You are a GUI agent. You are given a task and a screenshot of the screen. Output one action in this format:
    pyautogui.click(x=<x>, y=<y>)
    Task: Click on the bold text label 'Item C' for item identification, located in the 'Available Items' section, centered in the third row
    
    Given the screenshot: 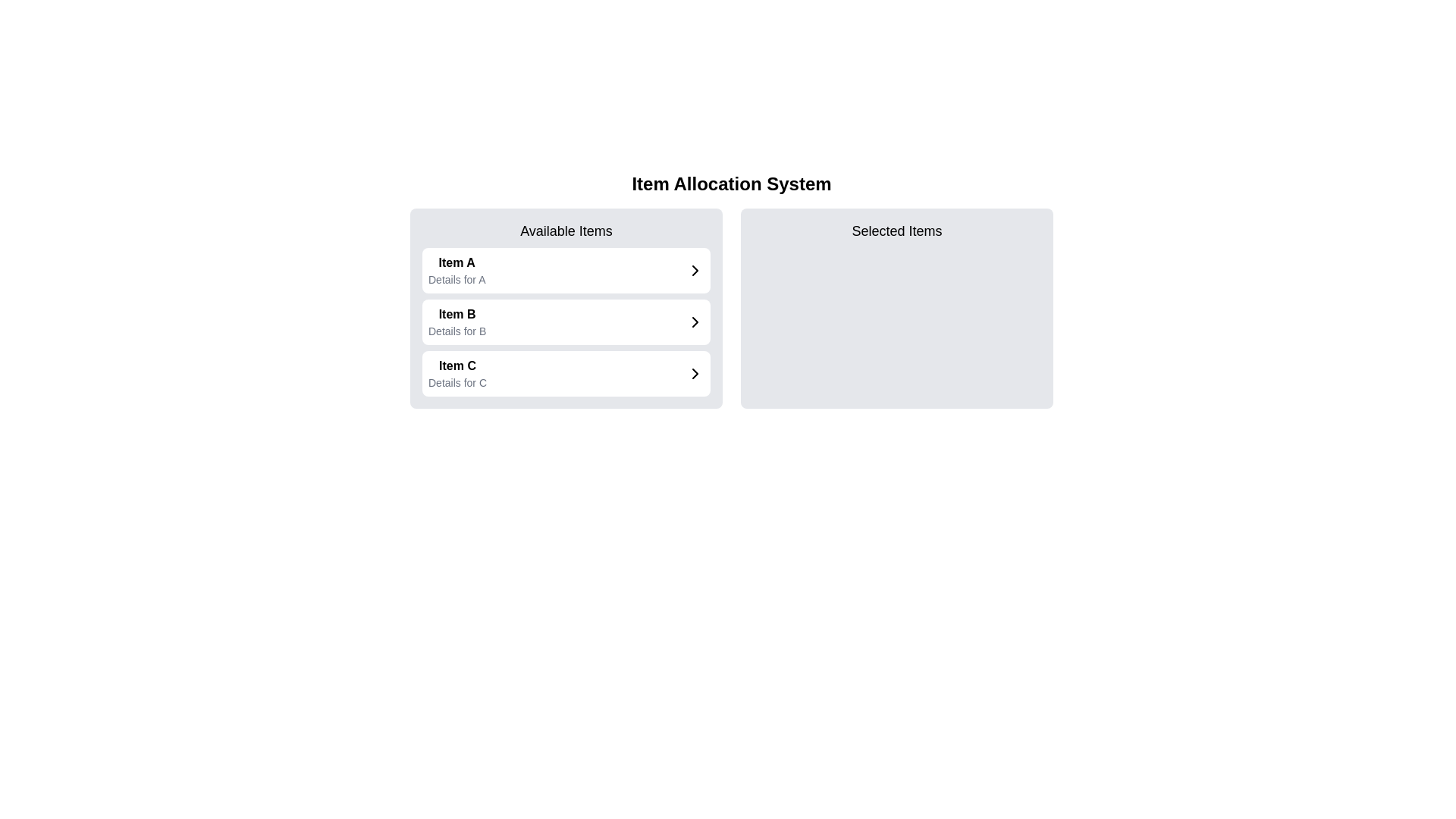 What is the action you would take?
    pyautogui.click(x=457, y=366)
    